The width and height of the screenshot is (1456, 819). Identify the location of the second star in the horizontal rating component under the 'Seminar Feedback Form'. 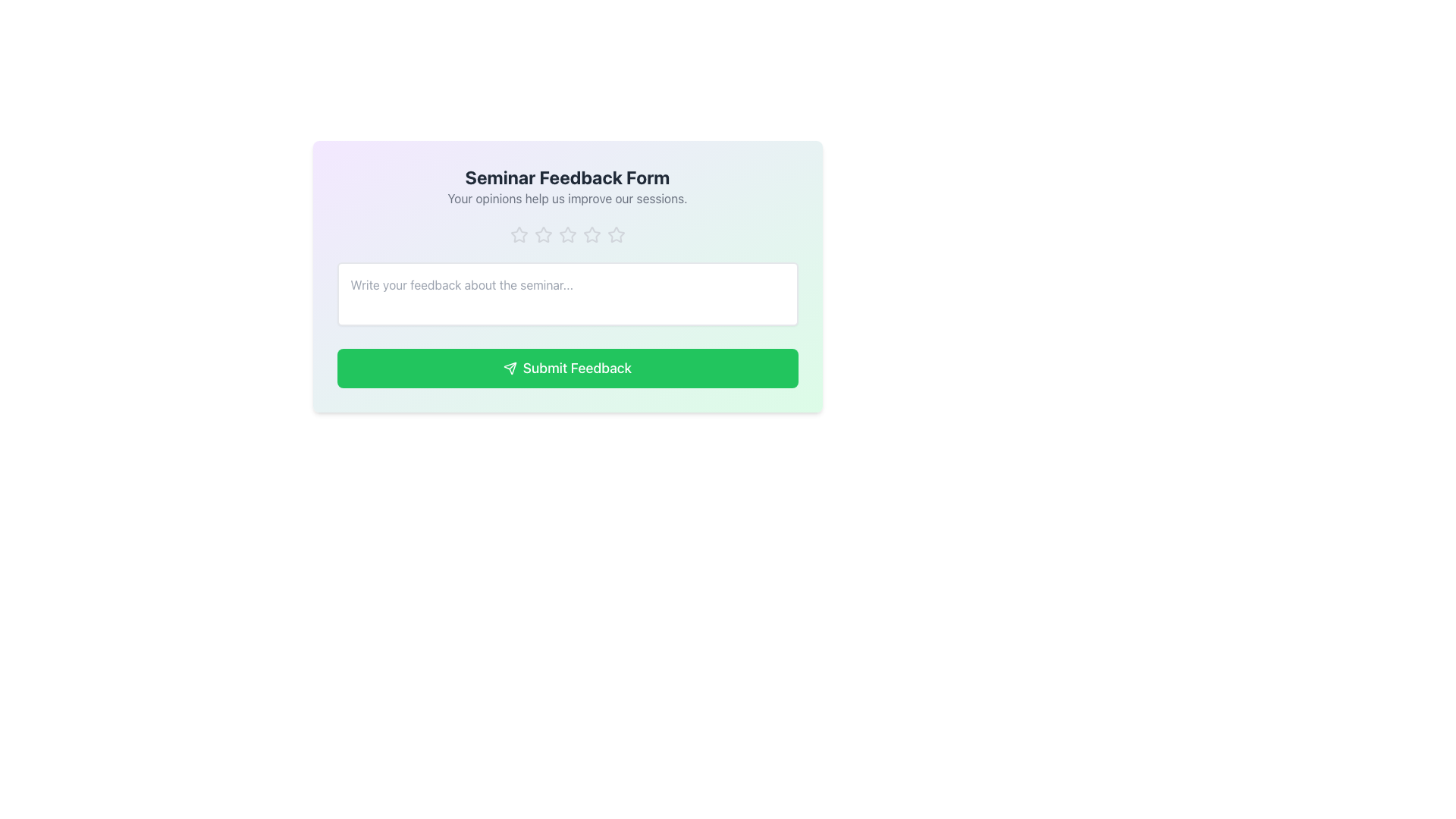
(543, 234).